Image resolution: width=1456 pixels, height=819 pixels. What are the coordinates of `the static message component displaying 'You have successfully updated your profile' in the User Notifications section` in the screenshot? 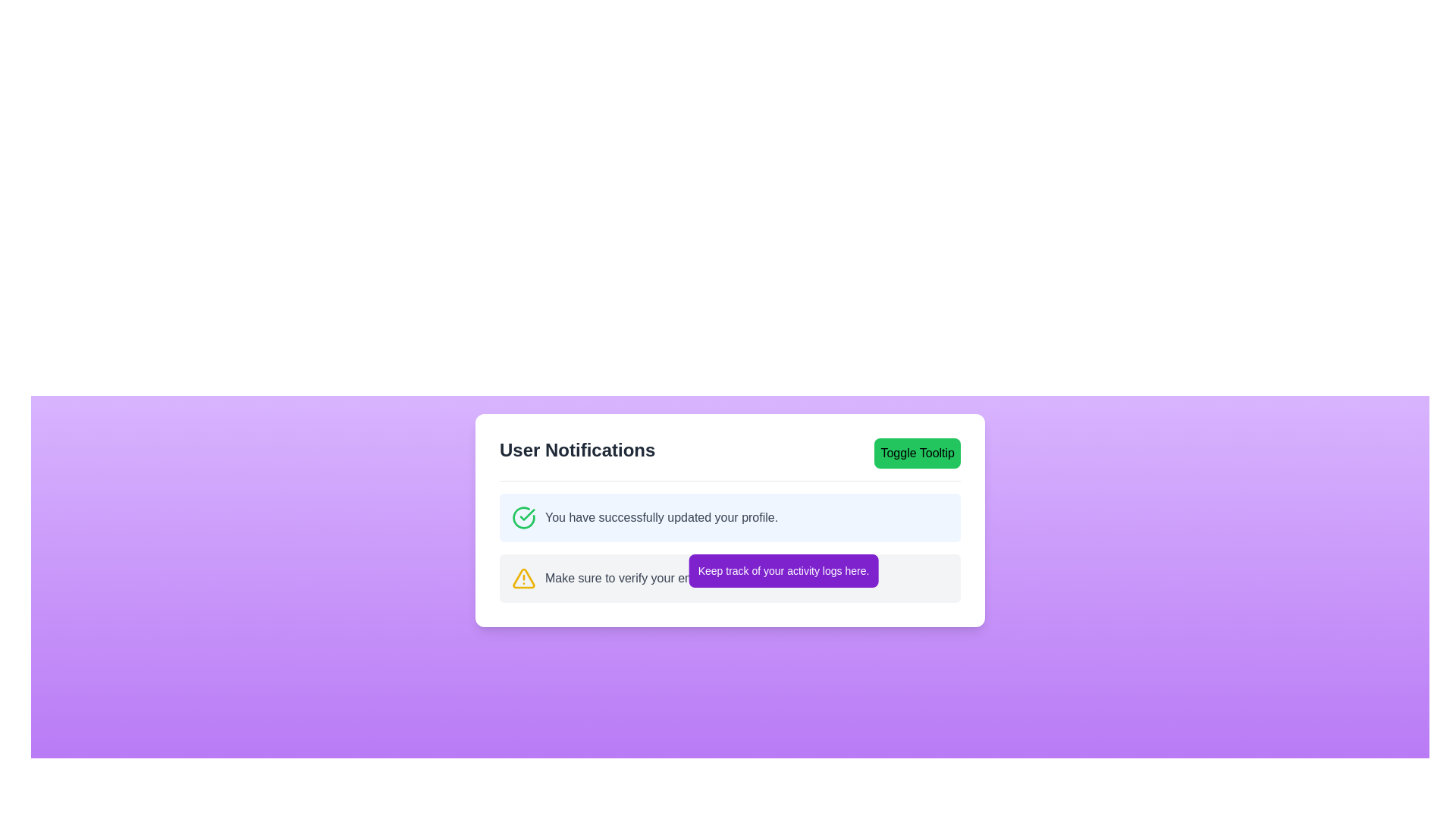 It's located at (645, 516).